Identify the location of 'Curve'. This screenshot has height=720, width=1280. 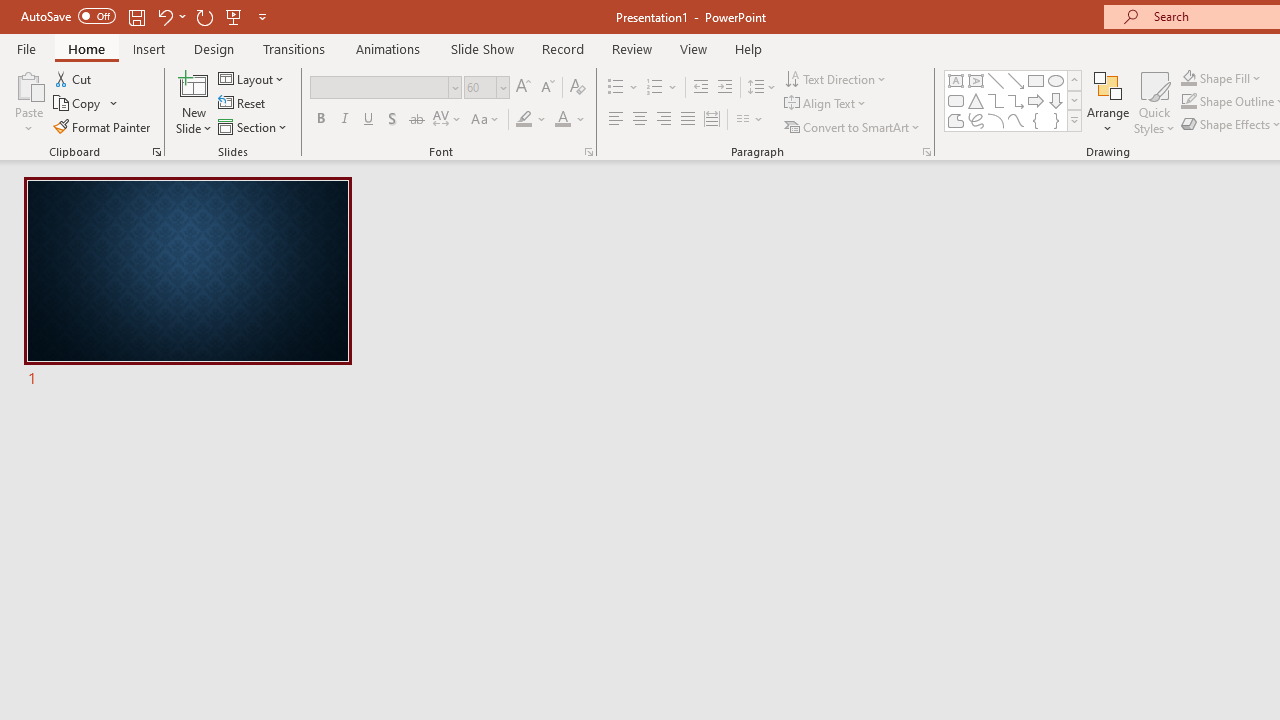
(1016, 120).